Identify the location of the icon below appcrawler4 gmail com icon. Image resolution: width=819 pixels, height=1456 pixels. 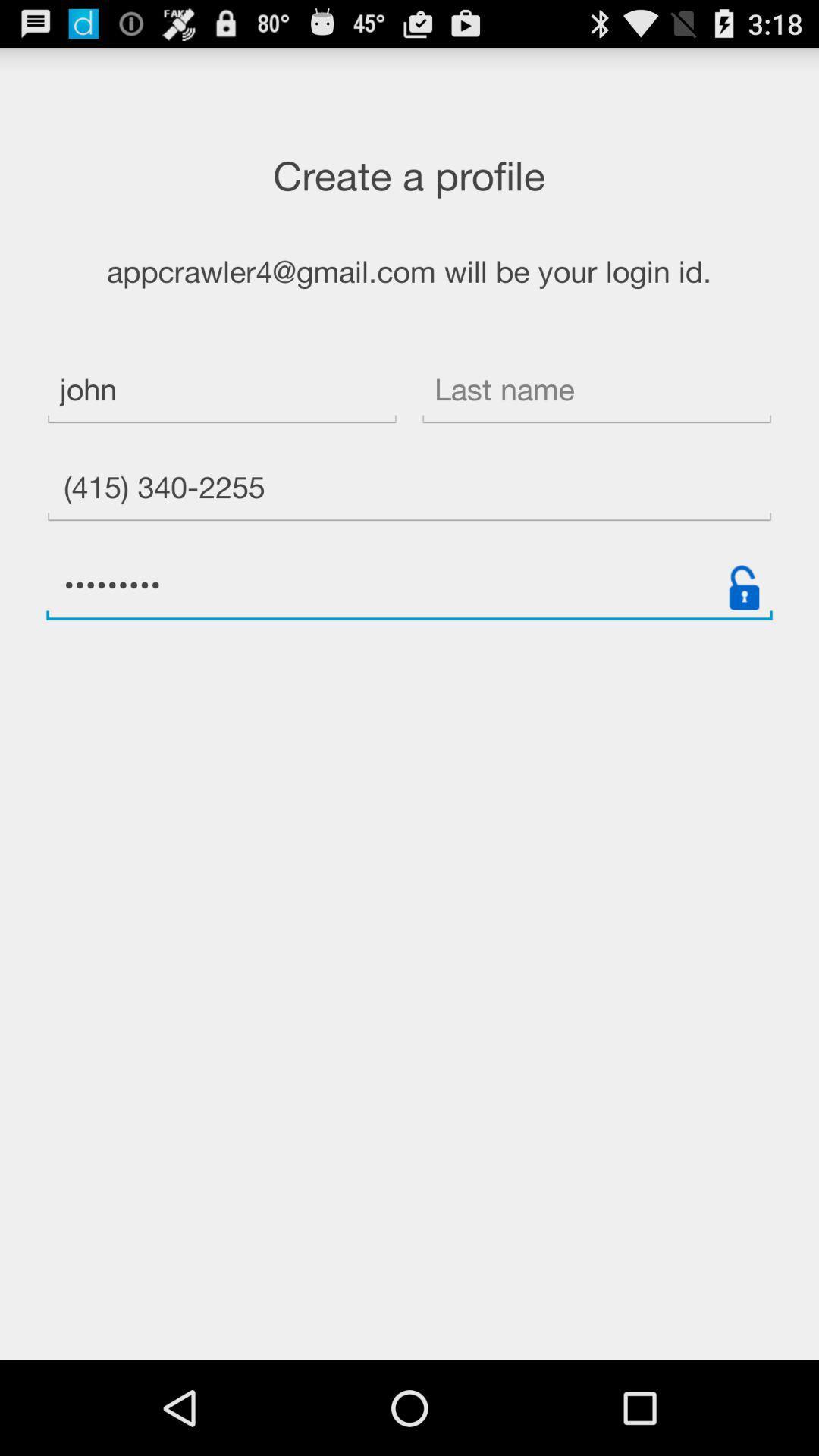
(596, 392).